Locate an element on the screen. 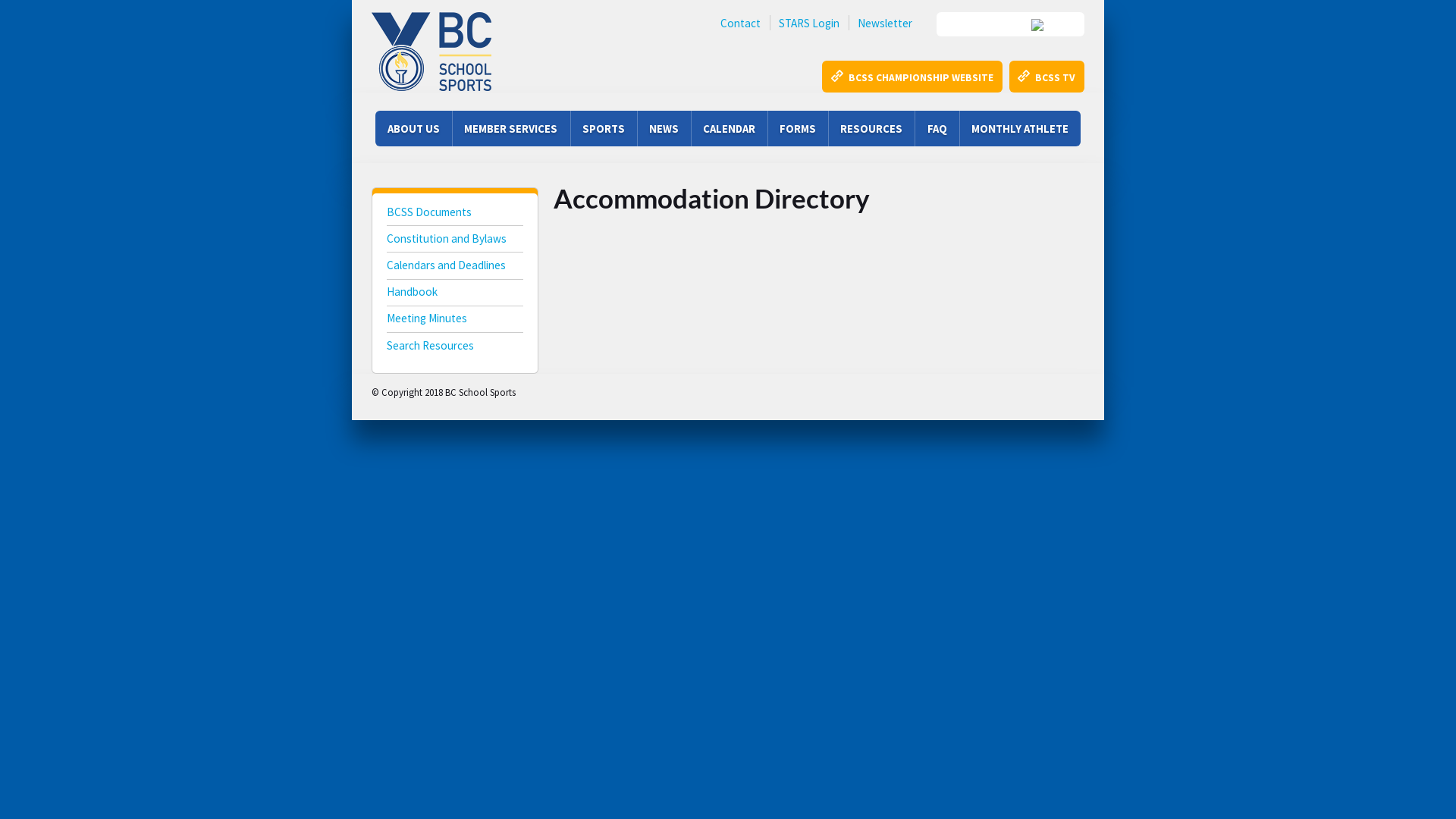  'Search Resources' is located at coordinates (454, 347).